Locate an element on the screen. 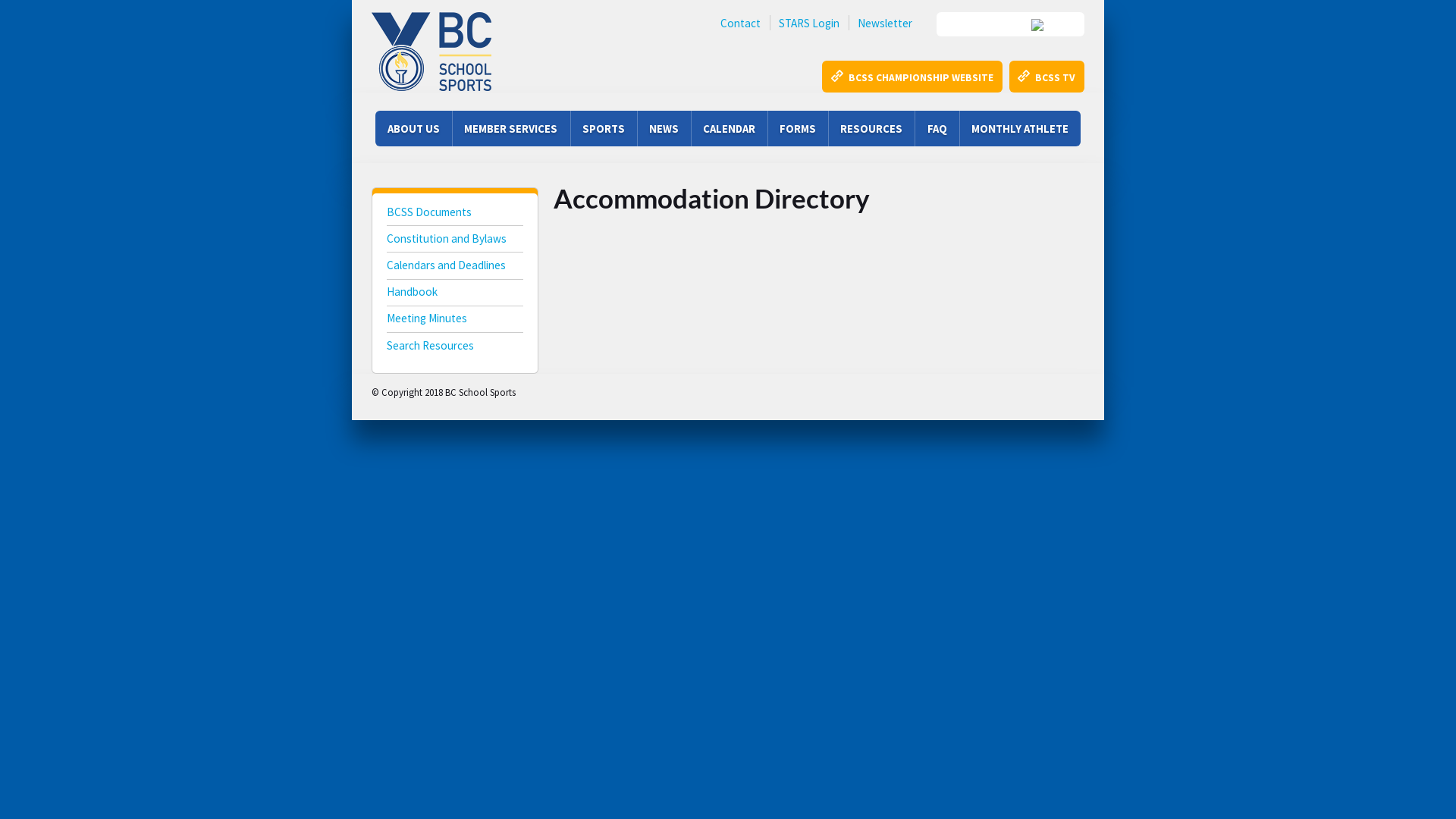  'Search Resources' is located at coordinates (454, 347).